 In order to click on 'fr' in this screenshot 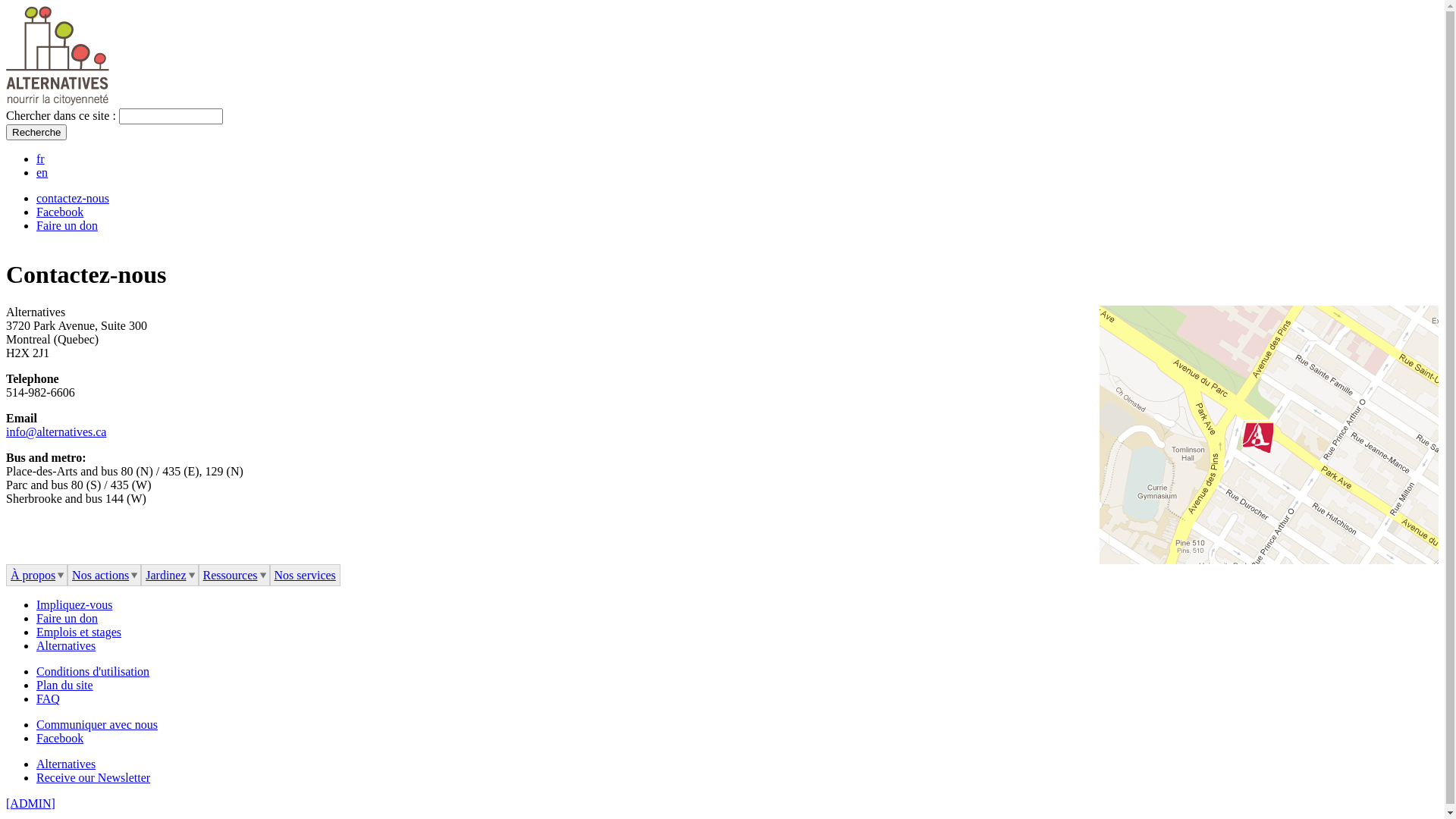, I will do `click(40, 158)`.